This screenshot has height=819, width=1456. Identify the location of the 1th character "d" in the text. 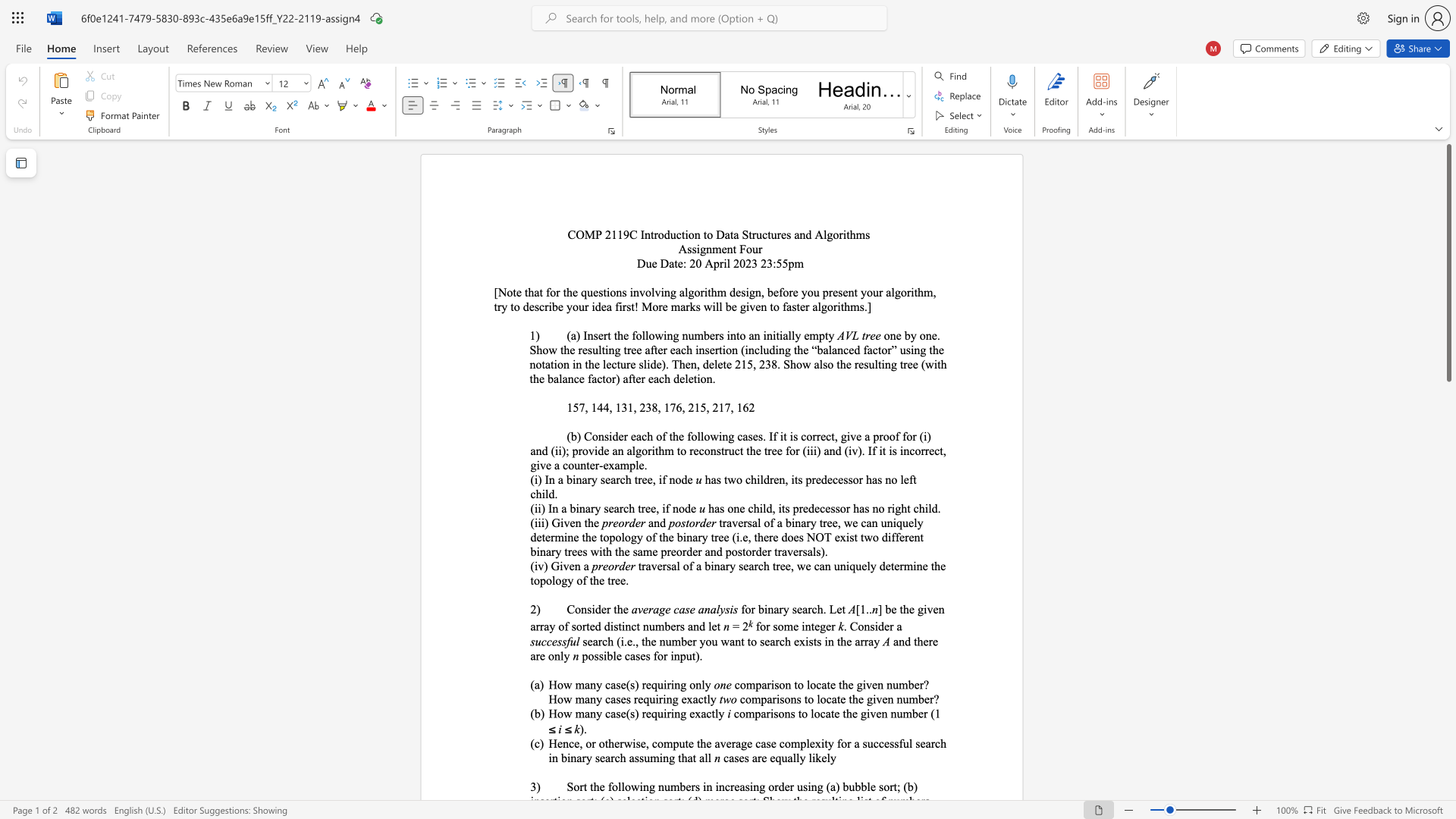
(687, 508).